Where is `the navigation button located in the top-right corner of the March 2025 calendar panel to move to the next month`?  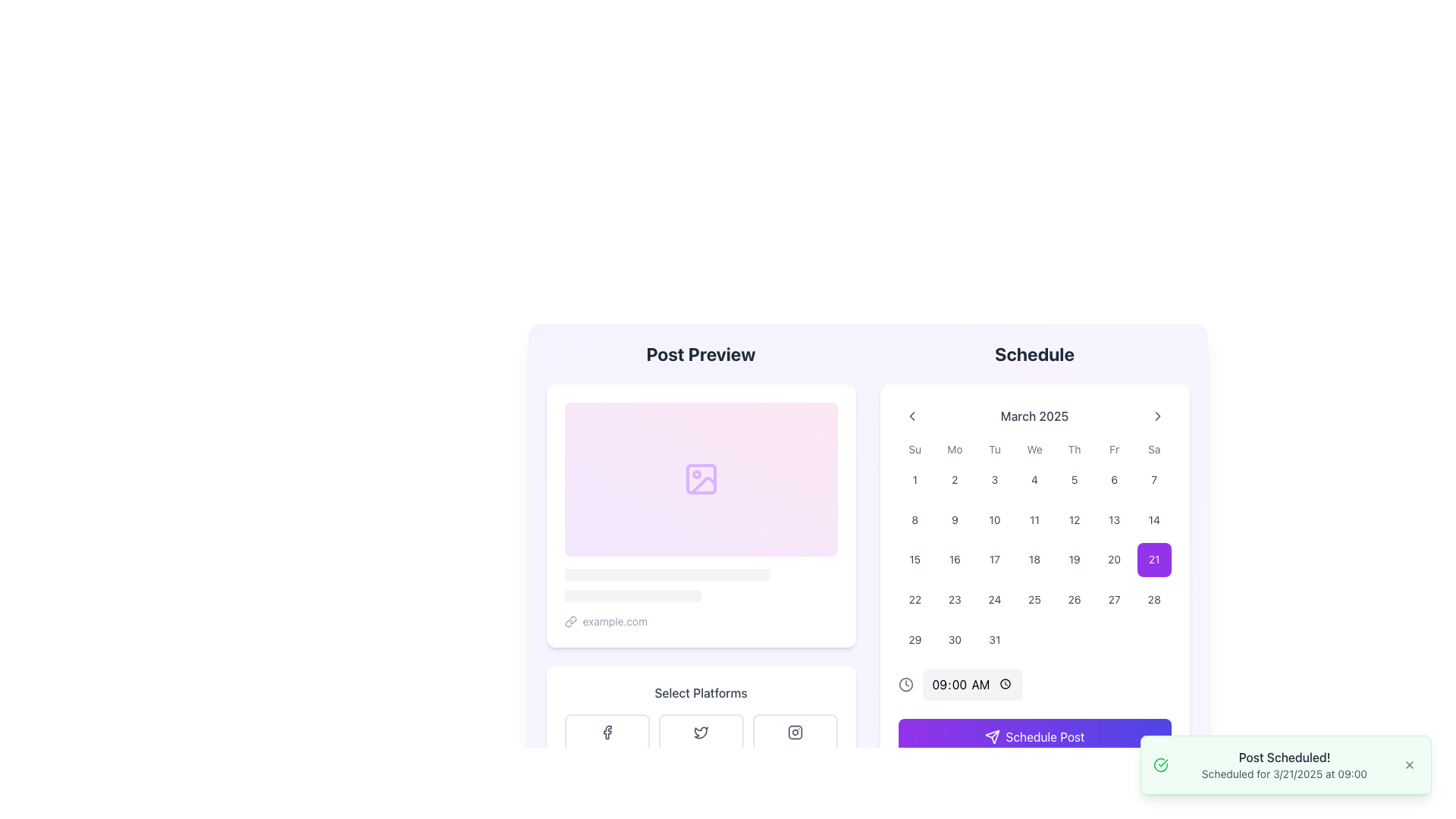
the navigation button located in the top-right corner of the March 2025 calendar panel to move to the next month is located at coordinates (1156, 416).